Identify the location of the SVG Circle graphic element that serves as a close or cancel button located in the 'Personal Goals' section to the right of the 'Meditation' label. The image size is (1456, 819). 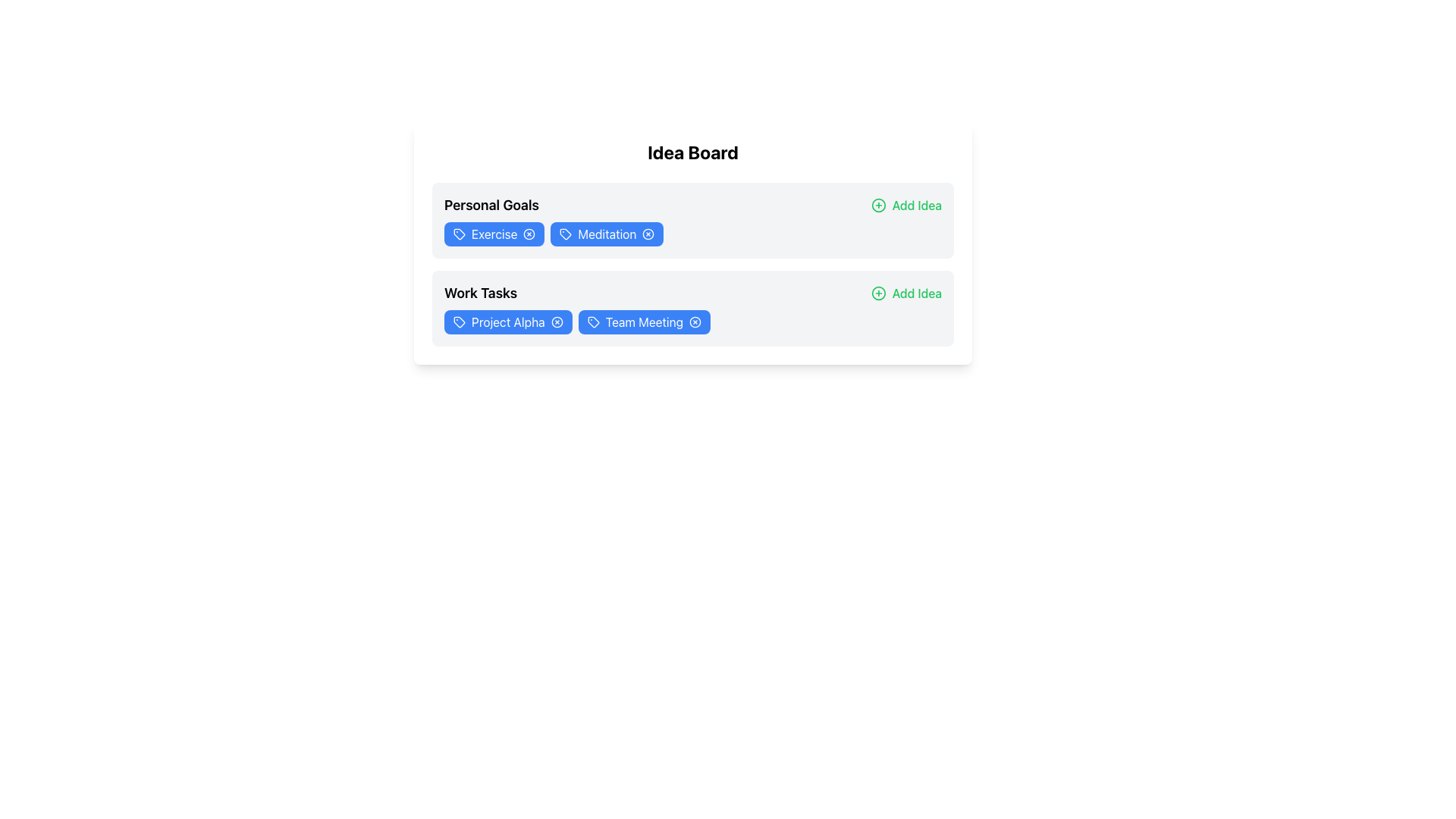
(648, 234).